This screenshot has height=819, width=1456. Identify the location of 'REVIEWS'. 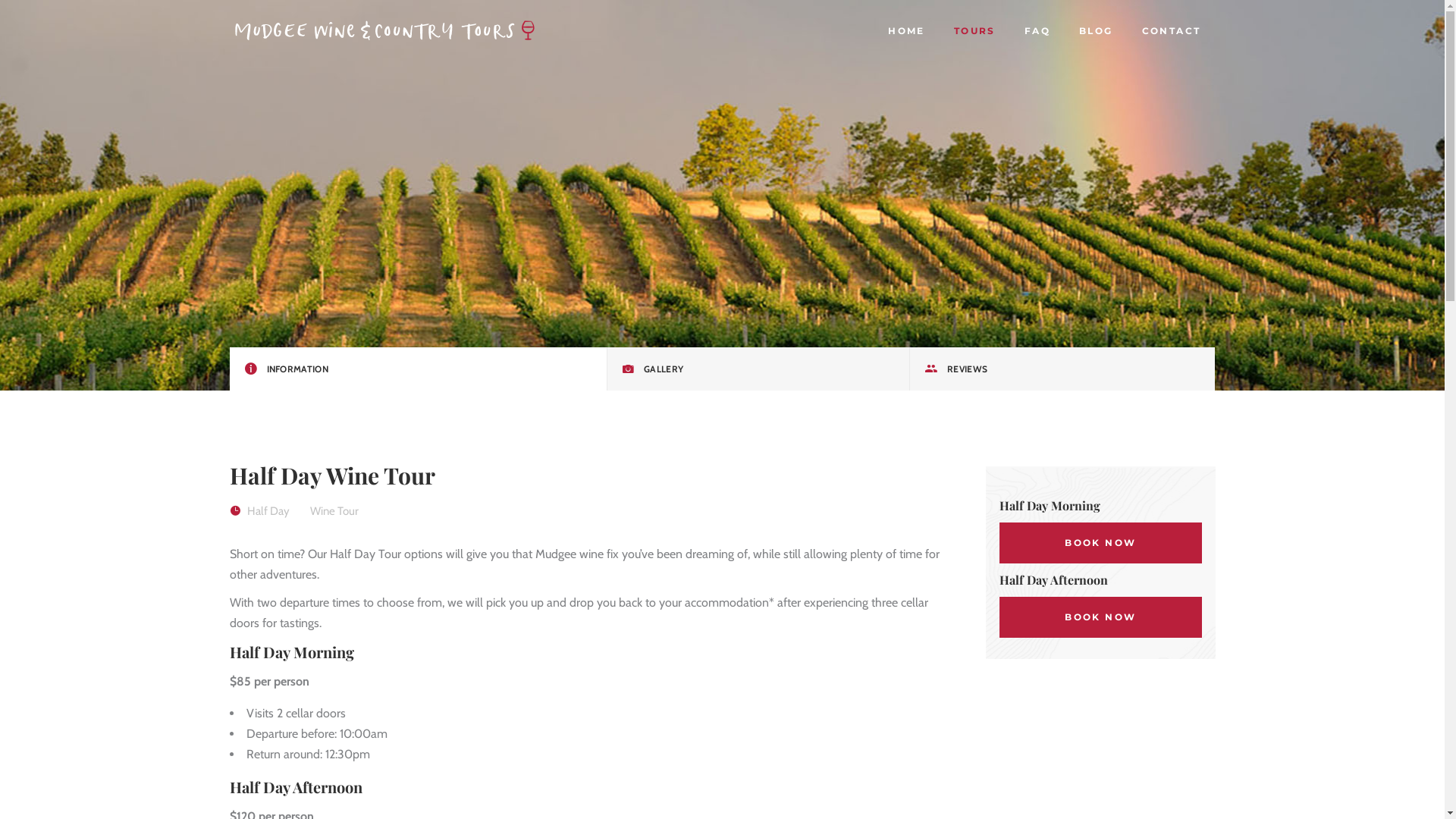
(1062, 369).